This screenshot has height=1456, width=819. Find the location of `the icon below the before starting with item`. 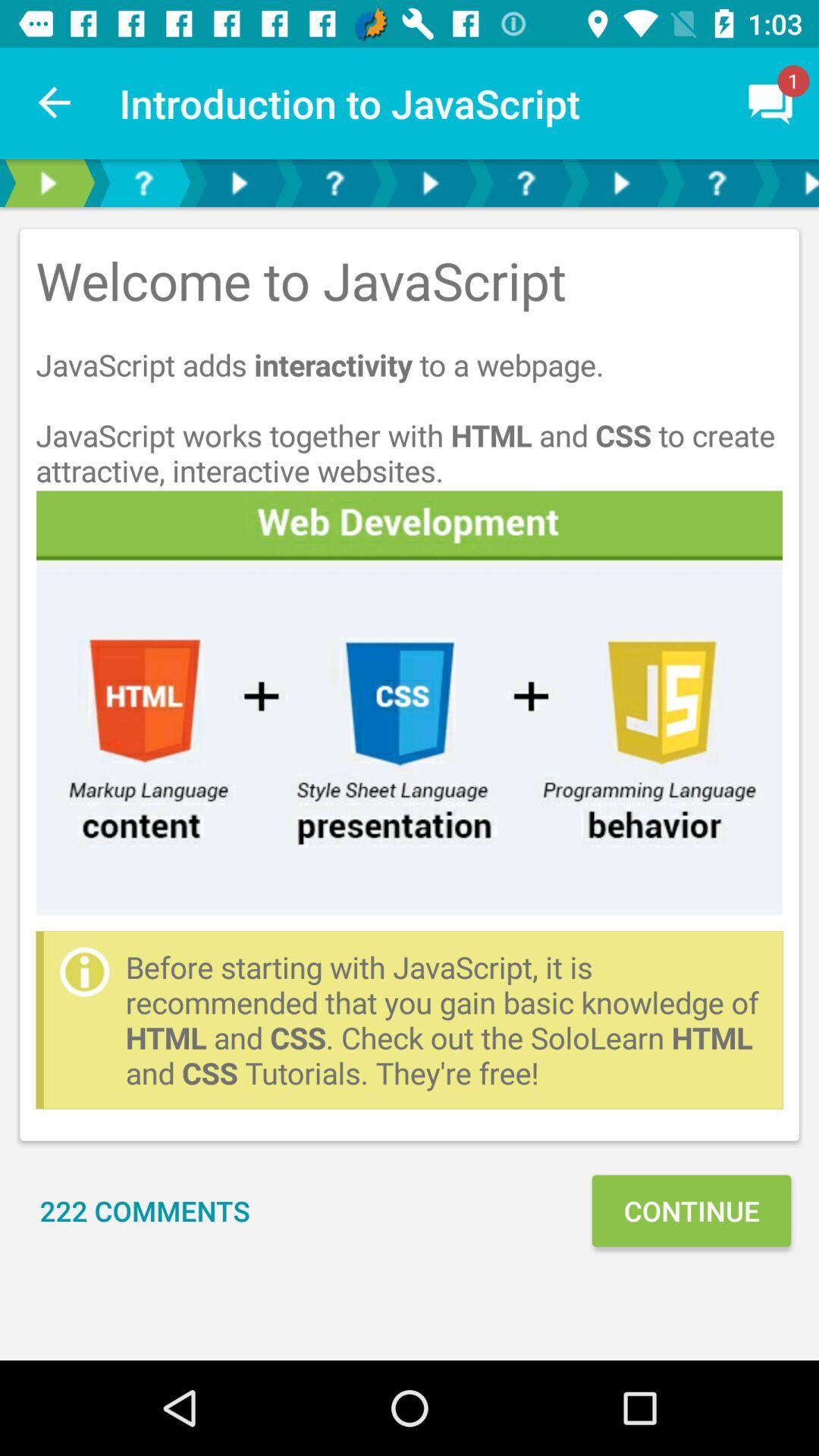

the icon below the before starting with item is located at coordinates (691, 1210).